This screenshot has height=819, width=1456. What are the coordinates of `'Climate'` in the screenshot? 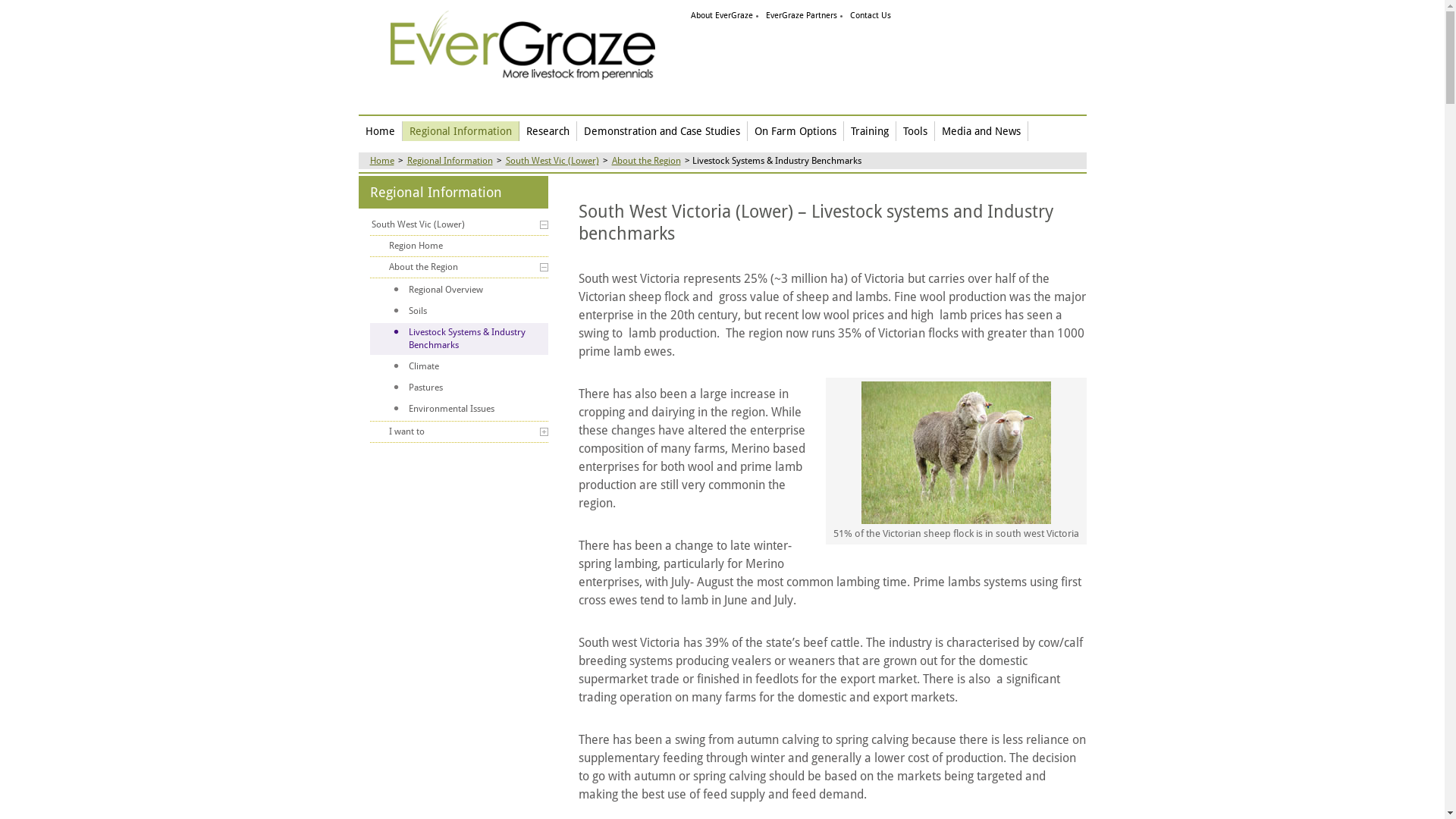 It's located at (458, 366).